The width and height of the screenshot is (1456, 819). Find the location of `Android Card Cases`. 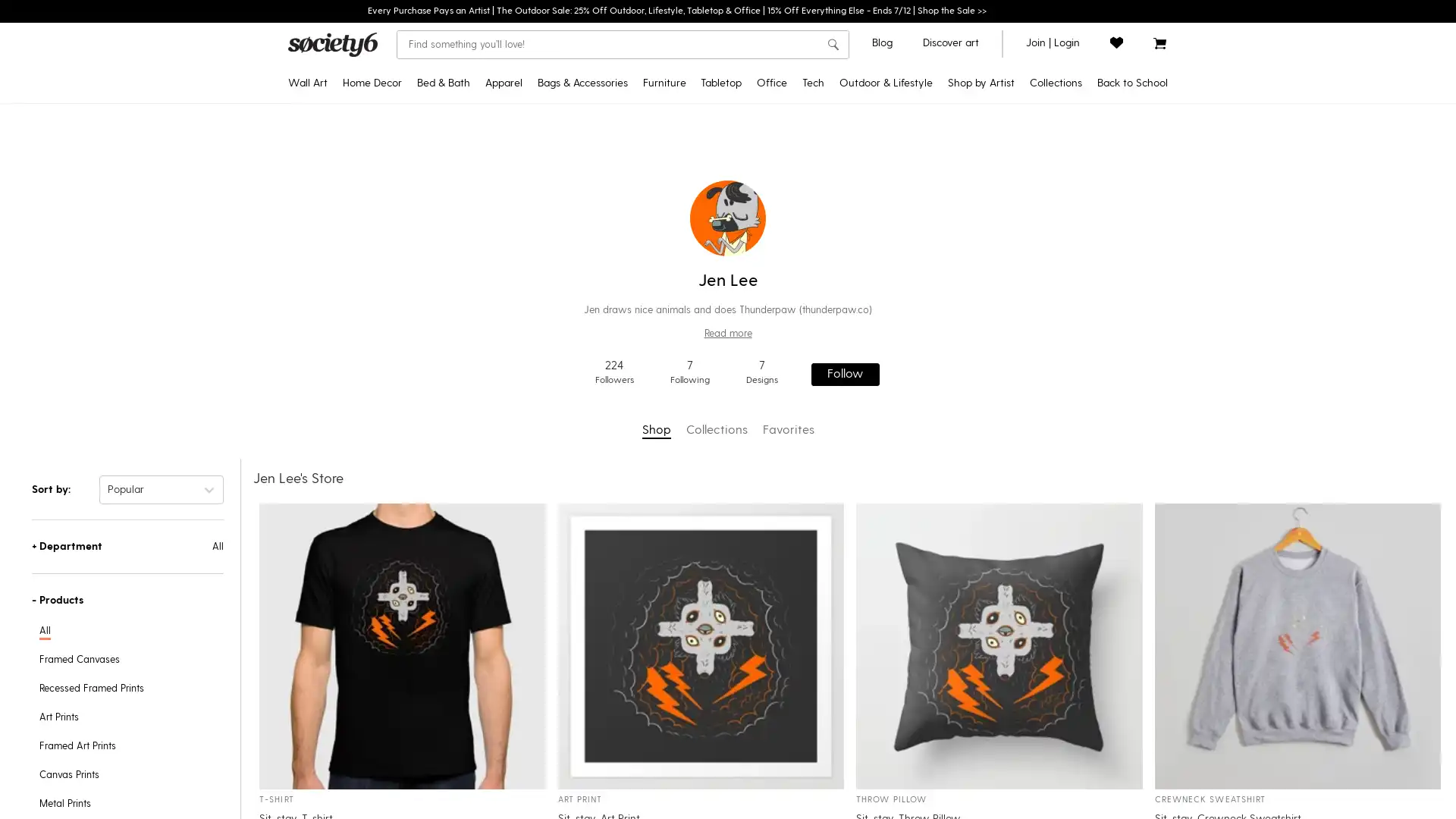

Android Card Cases is located at coordinates (867, 243).